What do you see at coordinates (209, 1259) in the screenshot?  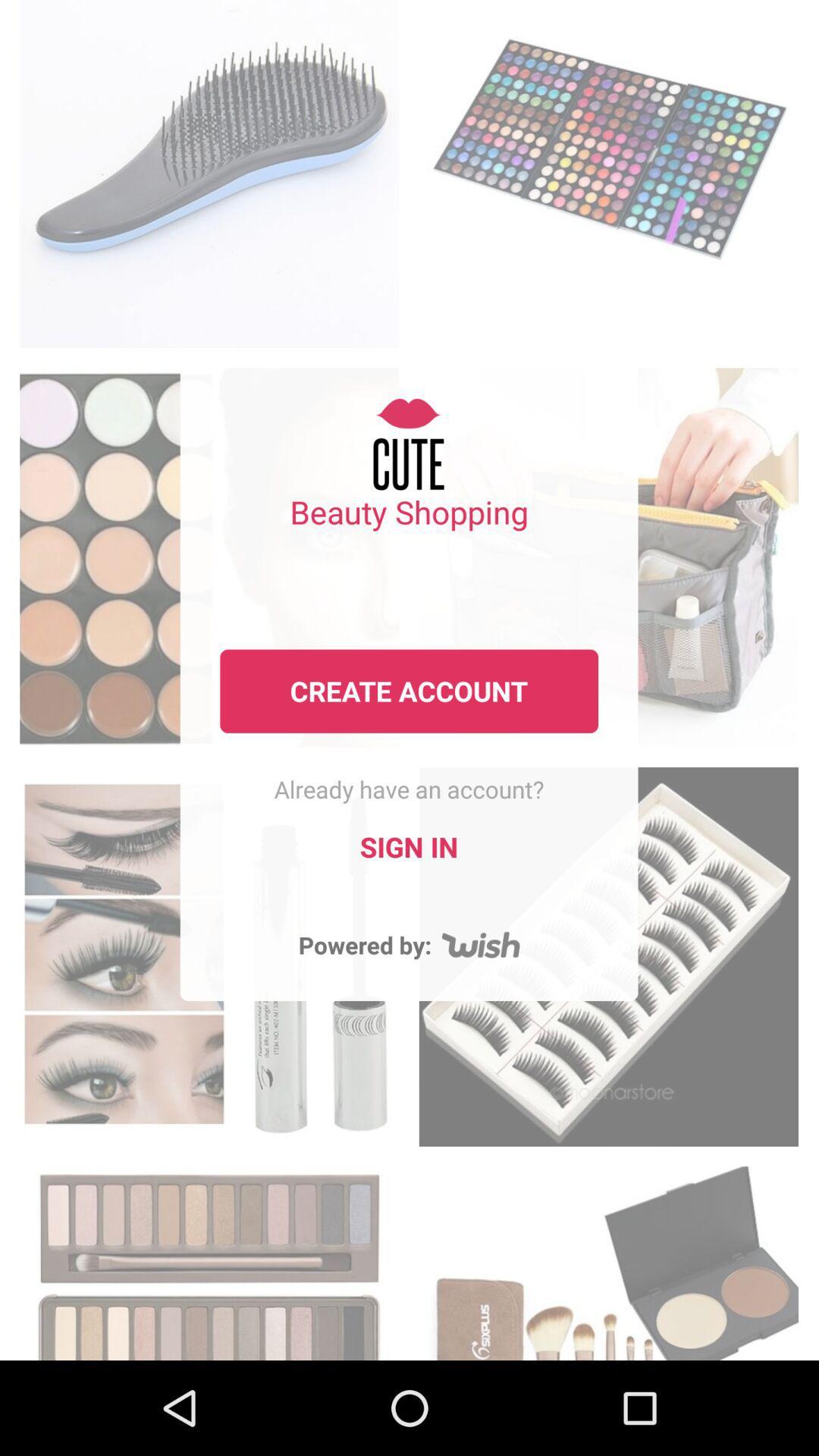 I see `eye makeup` at bounding box center [209, 1259].